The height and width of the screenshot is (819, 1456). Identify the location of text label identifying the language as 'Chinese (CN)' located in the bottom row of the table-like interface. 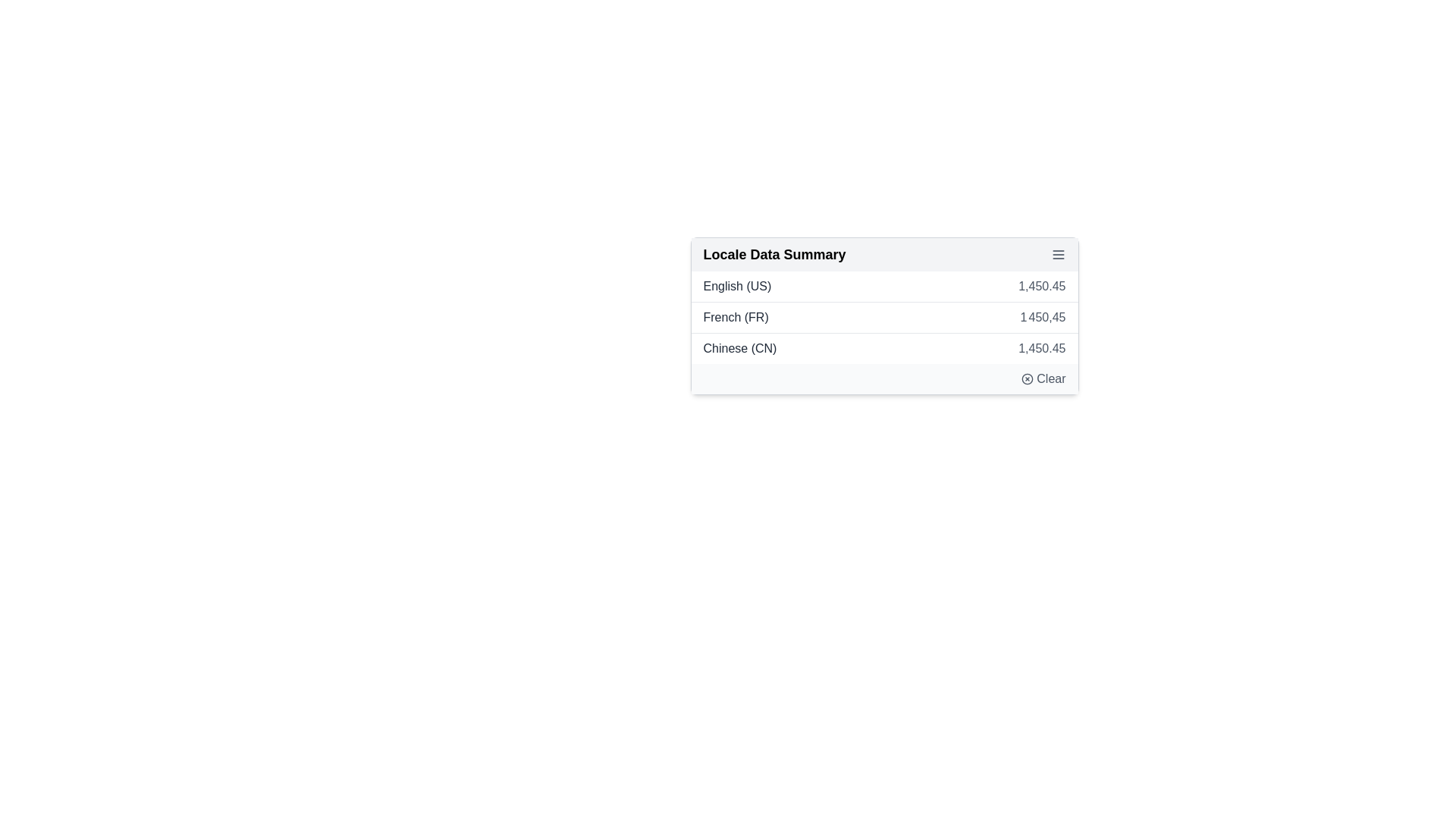
(739, 348).